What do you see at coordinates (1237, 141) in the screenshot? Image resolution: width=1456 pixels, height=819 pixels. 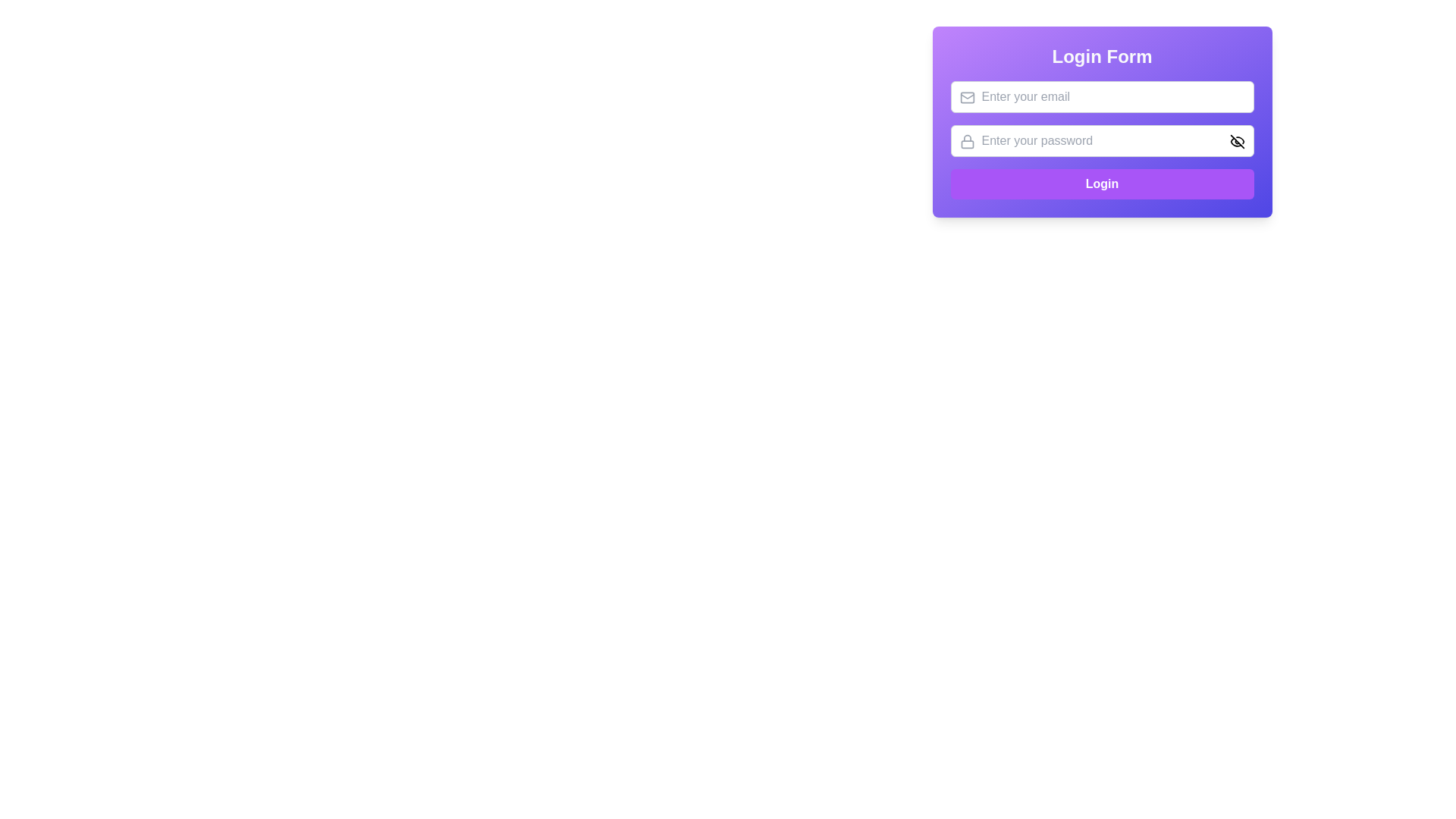 I see `the 'hidden eye' icon, which is styled with a thin stroke and located to the right of the password input field in the login form` at bounding box center [1237, 141].